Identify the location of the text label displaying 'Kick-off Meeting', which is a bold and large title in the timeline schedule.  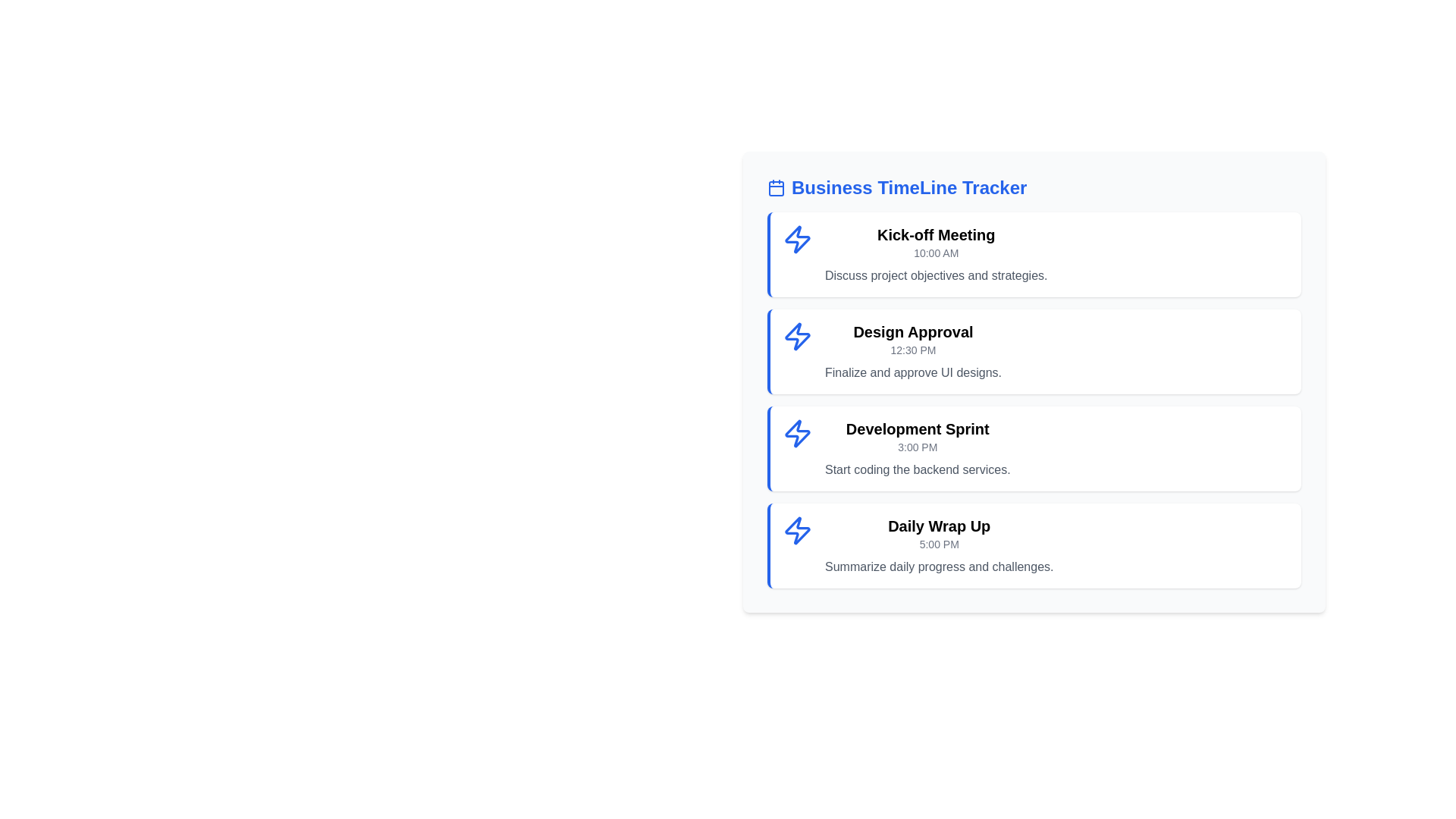
(935, 234).